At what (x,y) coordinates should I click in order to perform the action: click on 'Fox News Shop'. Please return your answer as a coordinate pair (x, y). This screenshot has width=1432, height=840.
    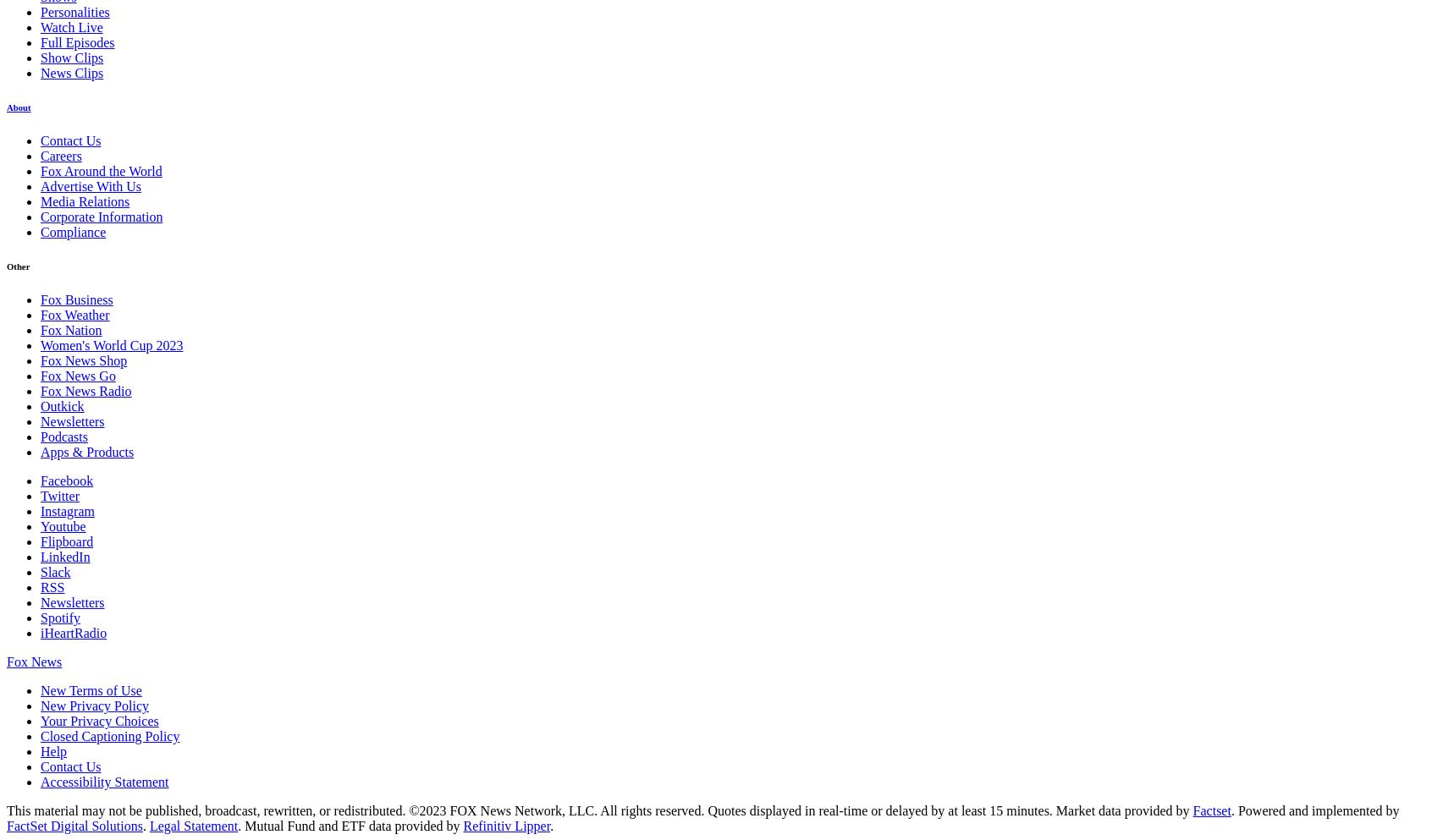
    Looking at the image, I should click on (83, 360).